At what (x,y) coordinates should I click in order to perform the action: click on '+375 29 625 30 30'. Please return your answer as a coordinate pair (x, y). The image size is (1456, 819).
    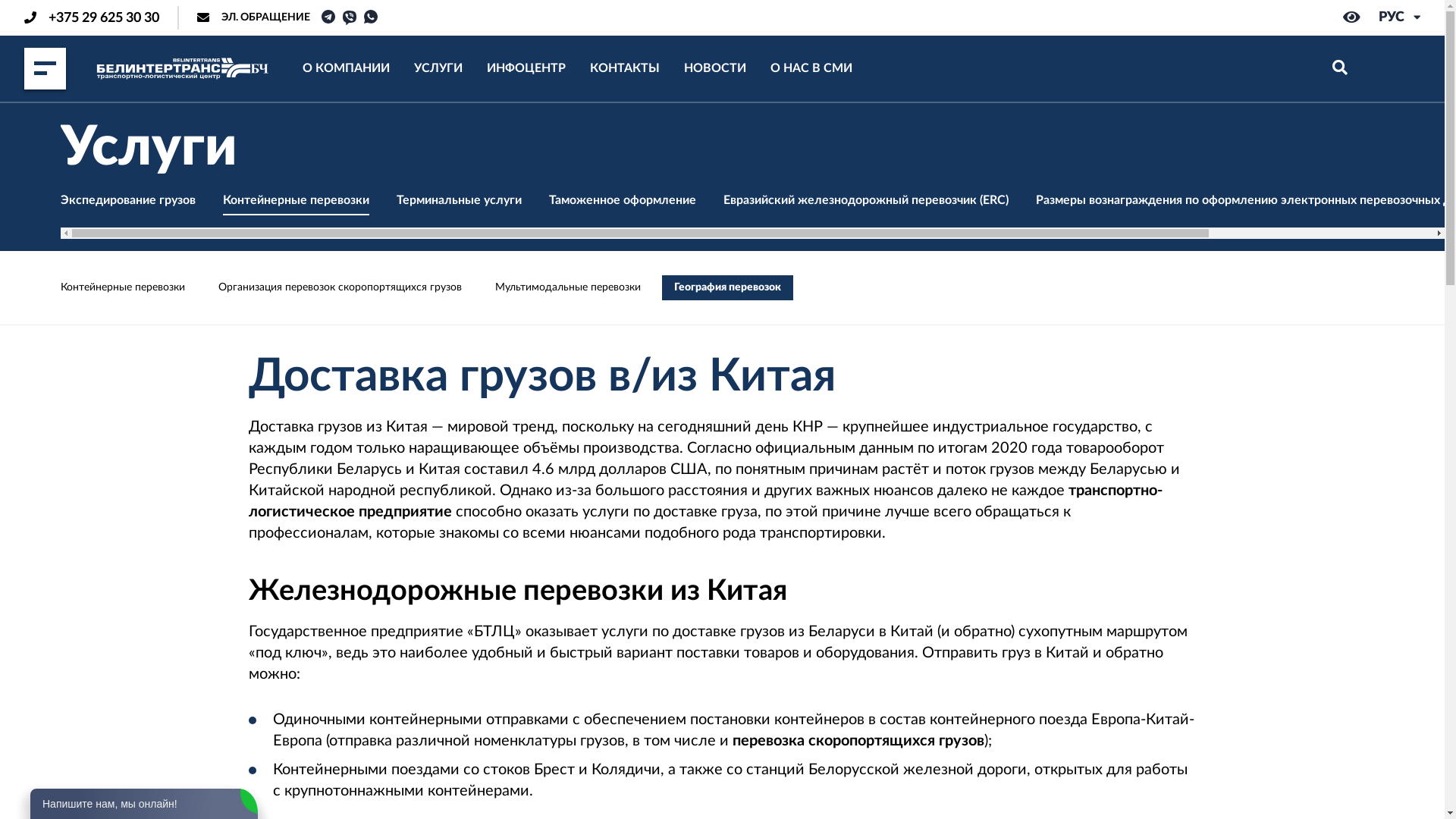
    Looking at the image, I should click on (90, 17).